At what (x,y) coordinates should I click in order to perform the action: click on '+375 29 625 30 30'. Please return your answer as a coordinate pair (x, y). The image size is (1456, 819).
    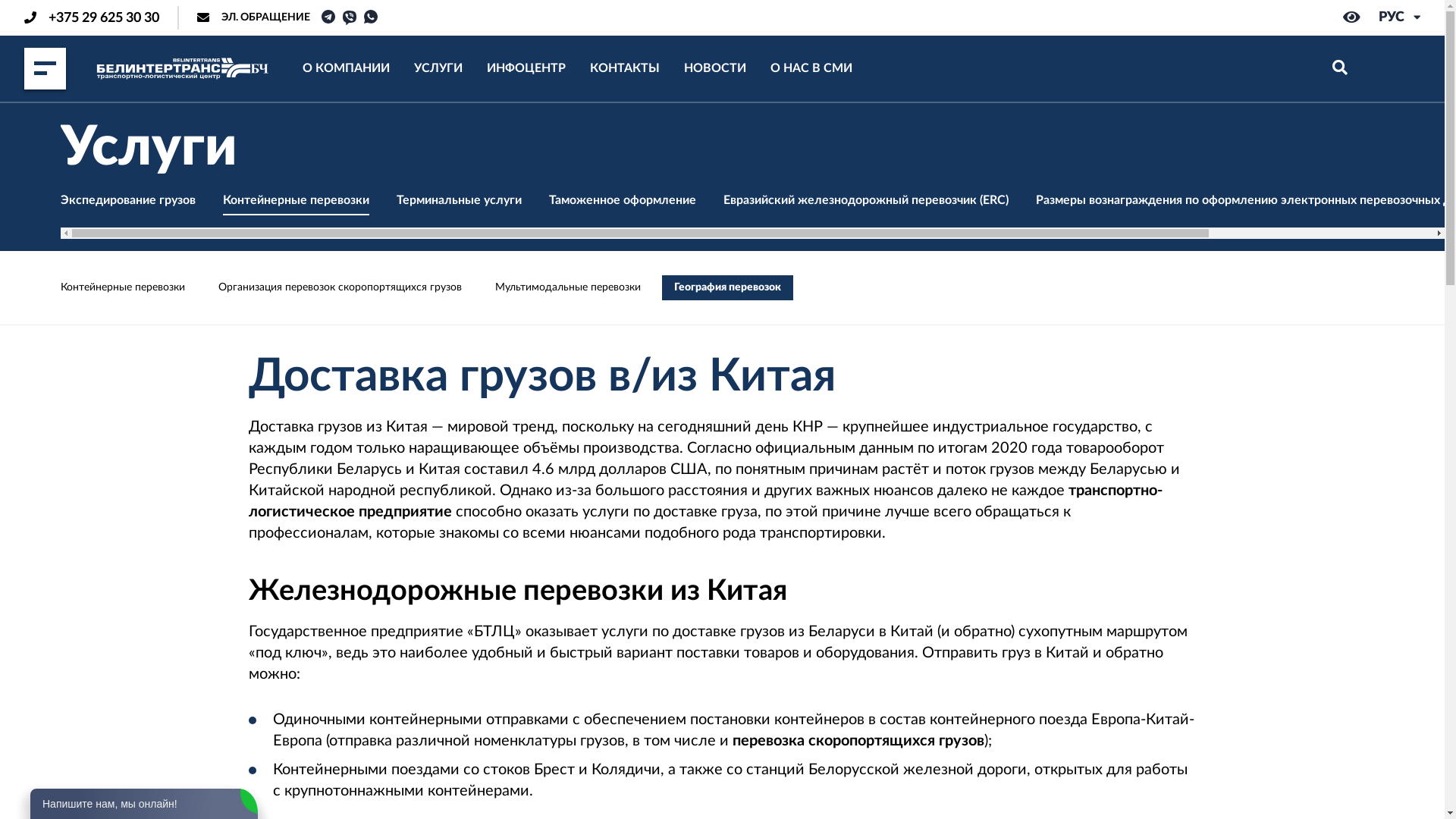
    Looking at the image, I should click on (90, 17).